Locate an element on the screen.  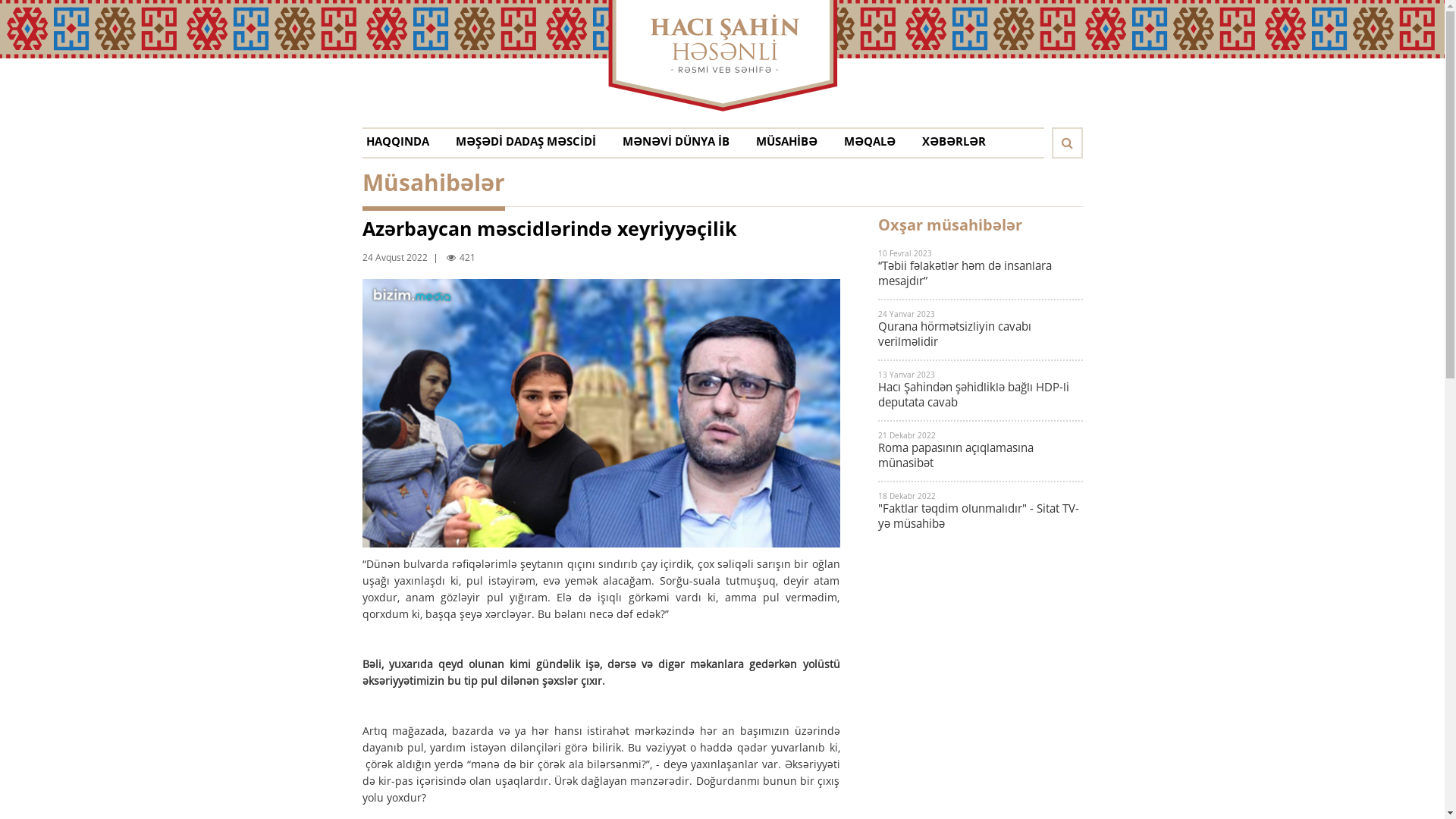
'HAQQINDA' is located at coordinates (365, 145).